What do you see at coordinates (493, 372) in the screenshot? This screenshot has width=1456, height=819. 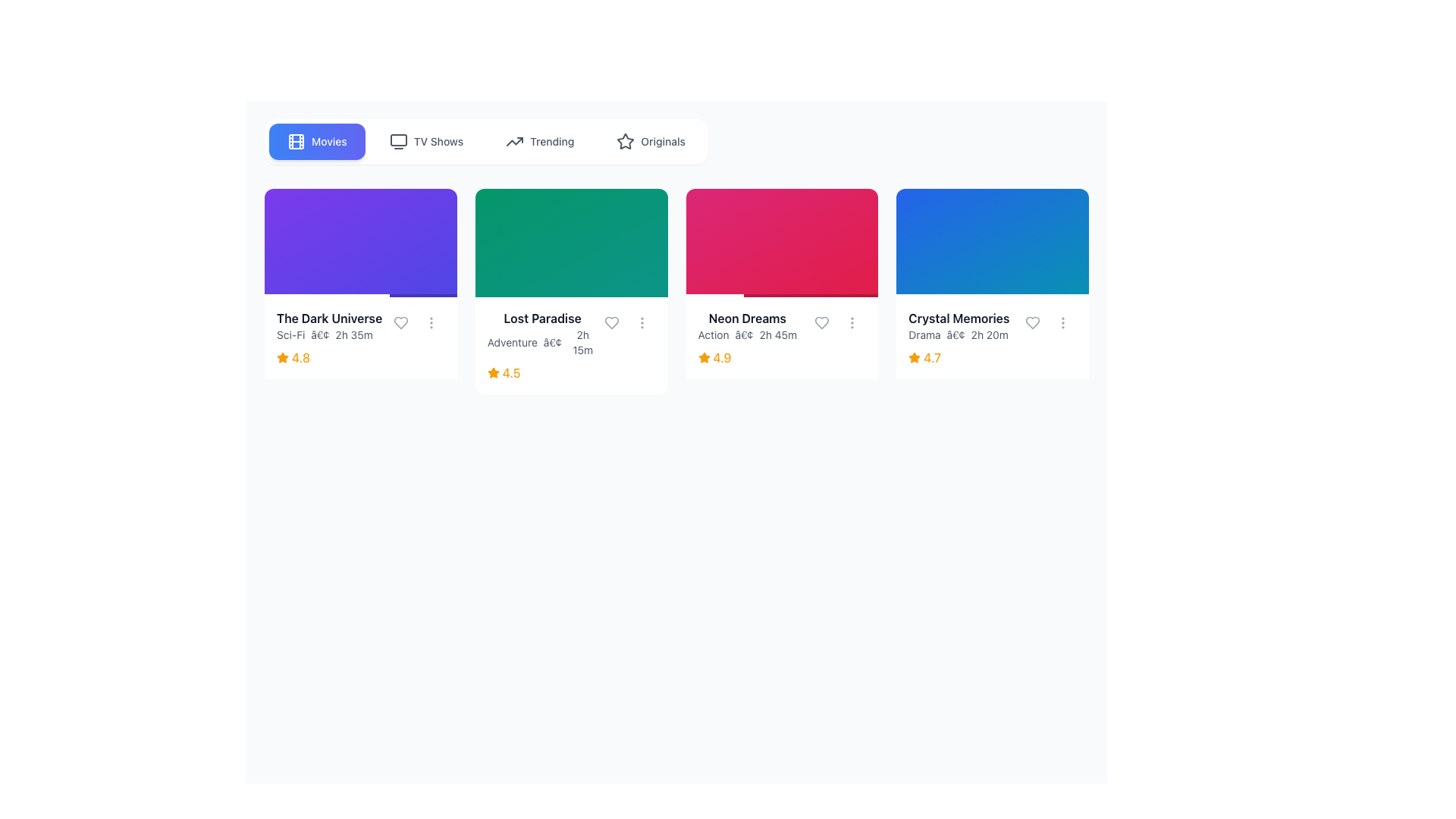 I see `the star icon representing the rating of the second movie card in the grid, located next to the rating '4.5'` at bounding box center [493, 372].